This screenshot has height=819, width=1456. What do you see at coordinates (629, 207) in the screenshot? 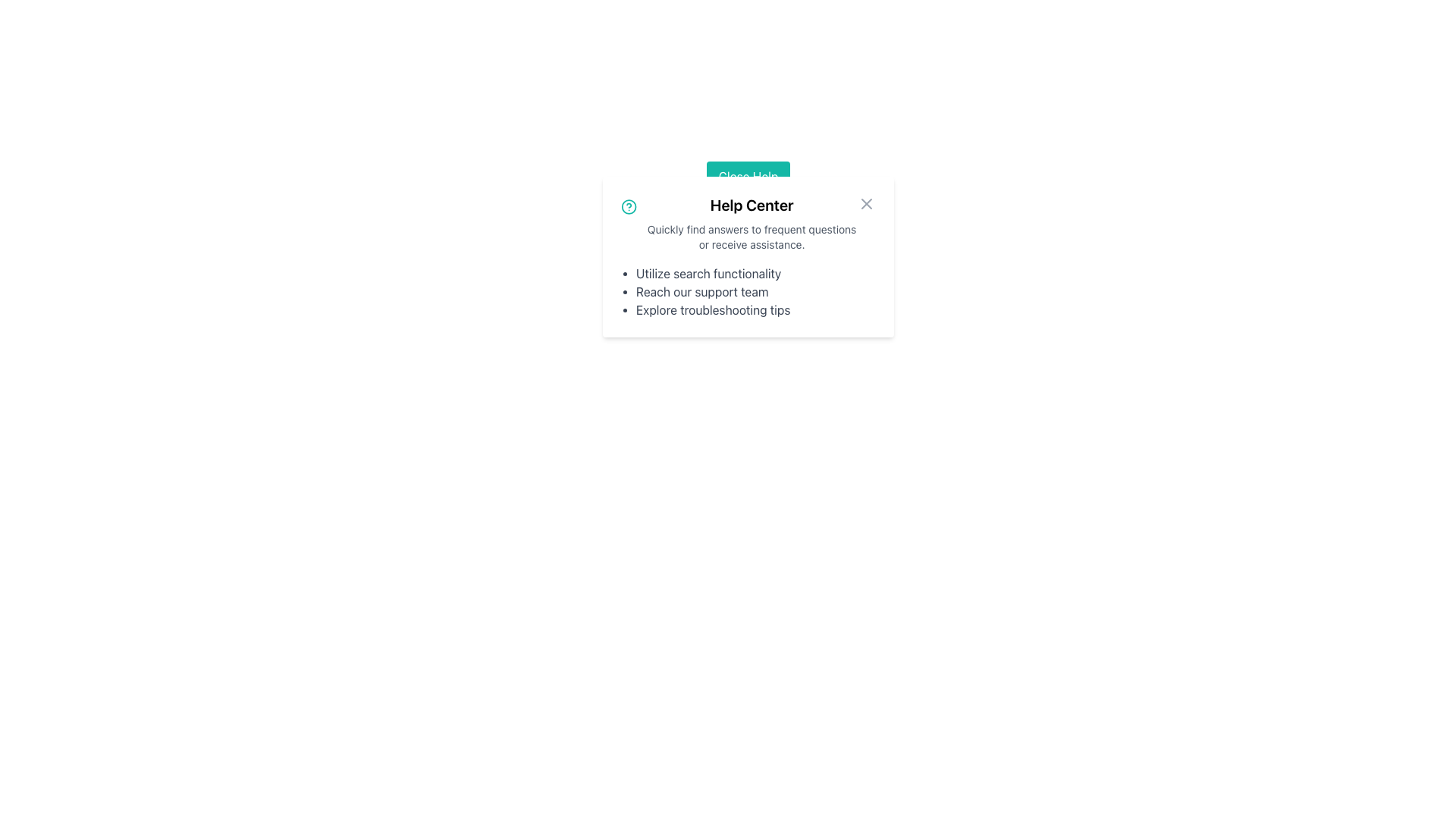
I see `the help icon located at the leftmost position of the help center card, next to the 'Help Center' text` at bounding box center [629, 207].